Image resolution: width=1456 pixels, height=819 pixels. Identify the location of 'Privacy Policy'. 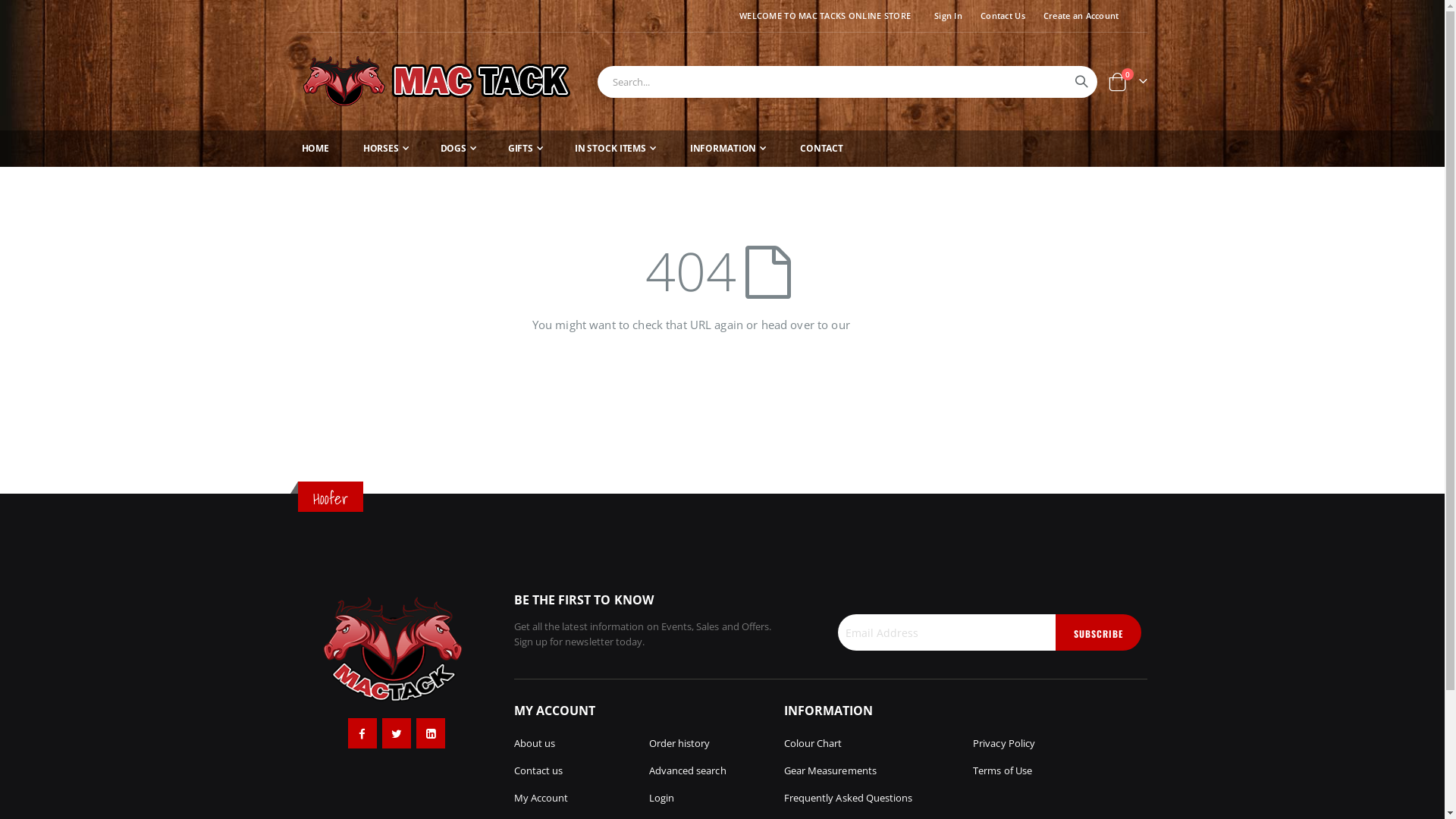
(1004, 742).